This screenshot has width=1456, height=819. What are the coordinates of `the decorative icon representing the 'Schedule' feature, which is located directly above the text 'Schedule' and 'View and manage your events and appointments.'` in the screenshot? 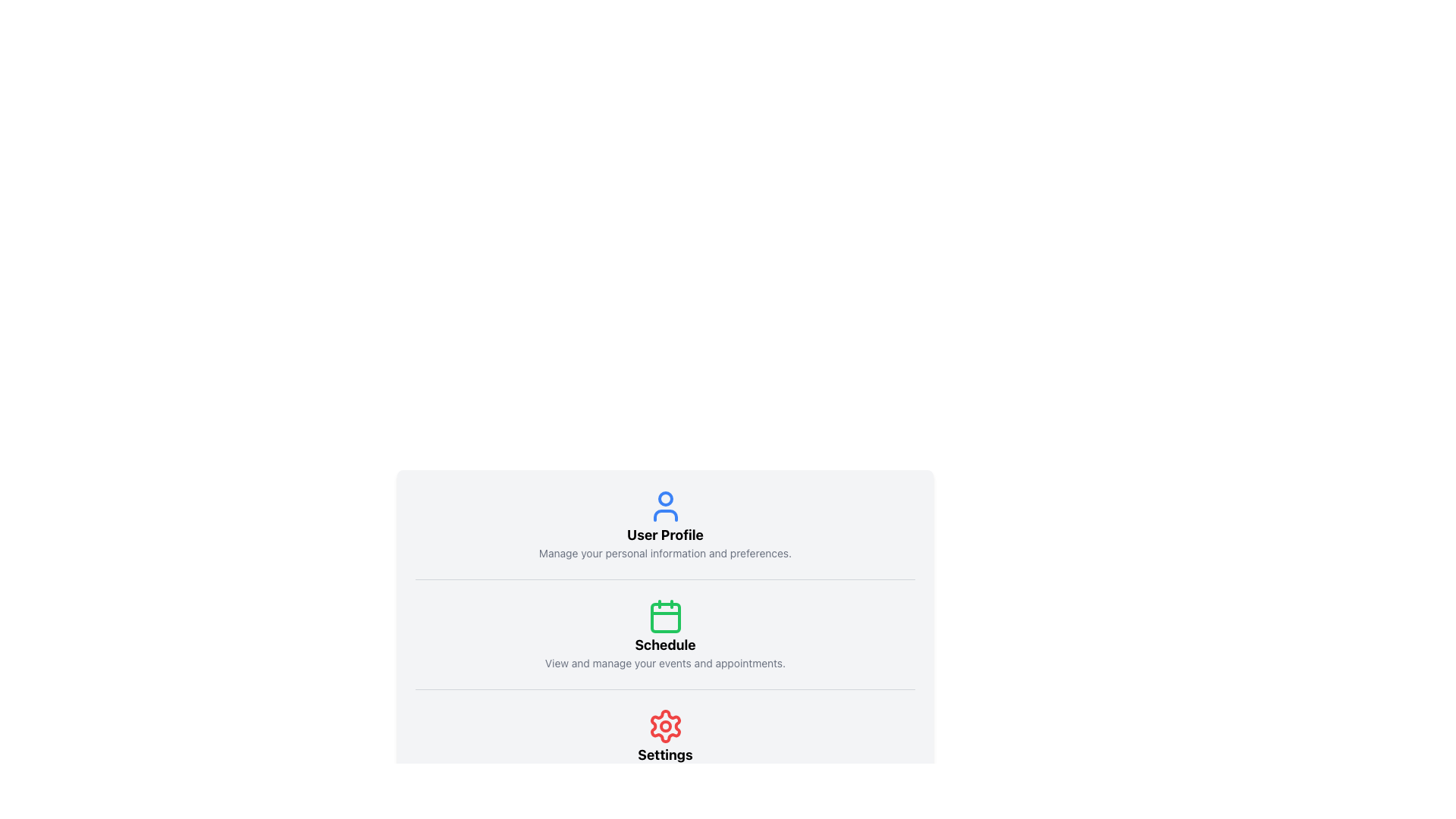 It's located at (665, 617).